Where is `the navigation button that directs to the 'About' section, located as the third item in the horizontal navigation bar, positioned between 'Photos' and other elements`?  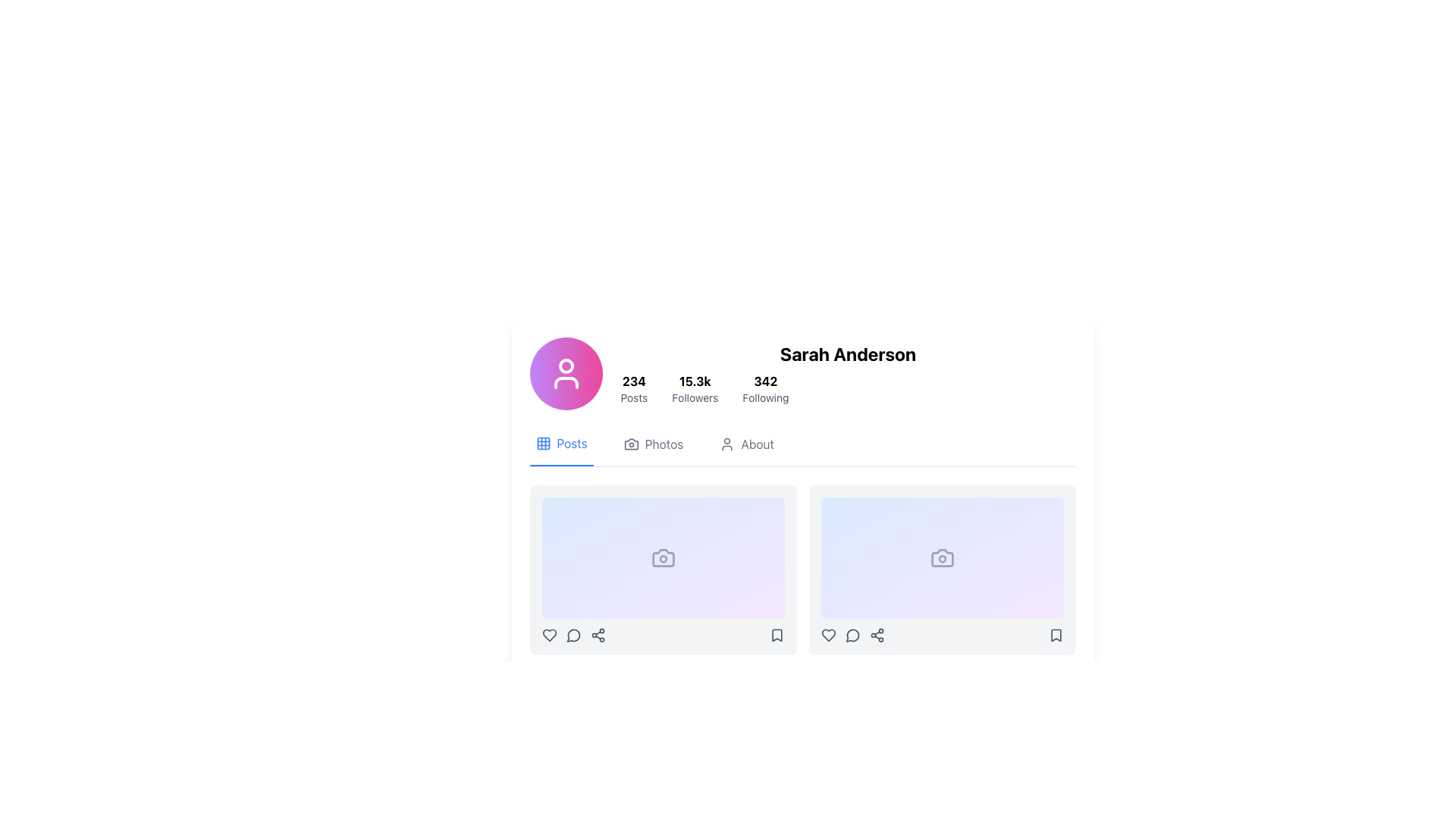 the navigation button that directs to the 'About' section, located as the third item in the horizontal navigation bar, positioned between 'Photos' and other elements is located at coordinates (747, 450).